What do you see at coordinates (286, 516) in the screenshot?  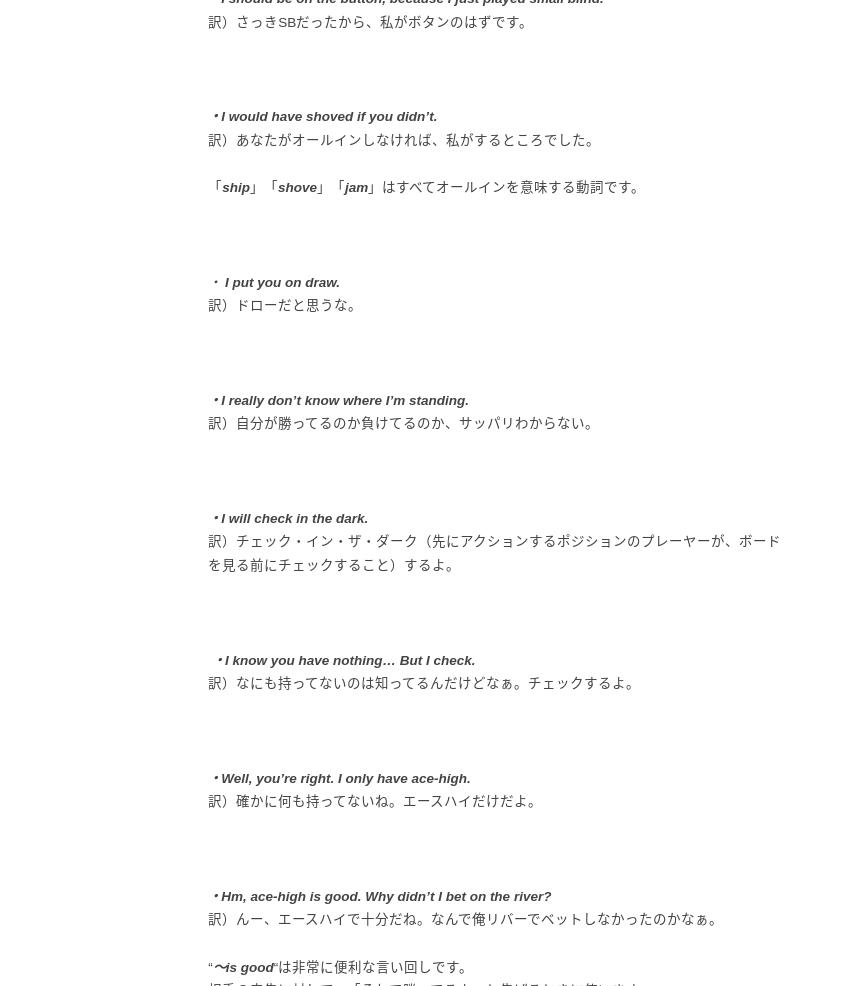 I see `'・I will check in the dark.'` at bounding box center [286, 516].